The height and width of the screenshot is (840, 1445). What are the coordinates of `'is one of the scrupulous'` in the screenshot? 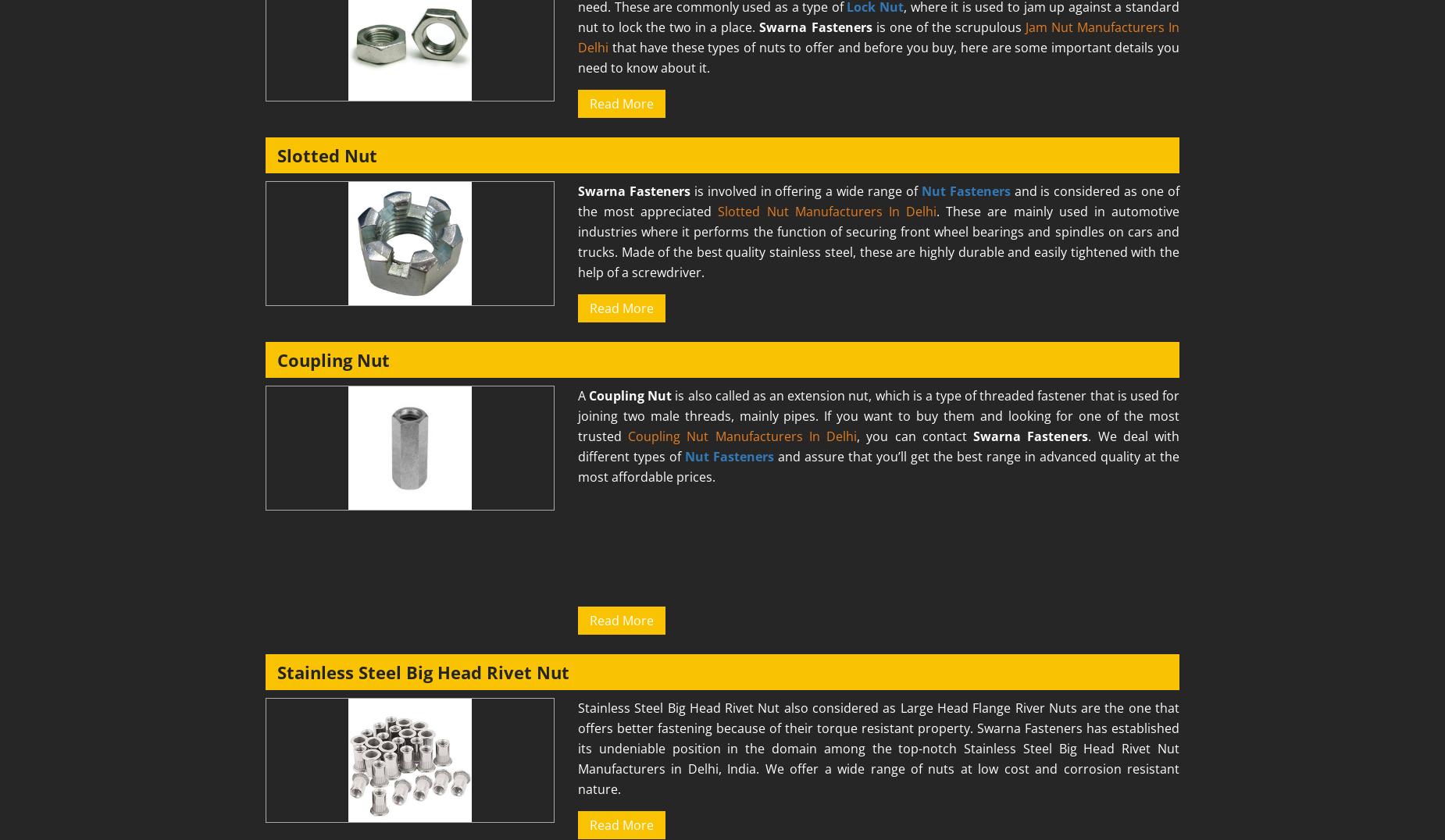 It's located at (947, 26).